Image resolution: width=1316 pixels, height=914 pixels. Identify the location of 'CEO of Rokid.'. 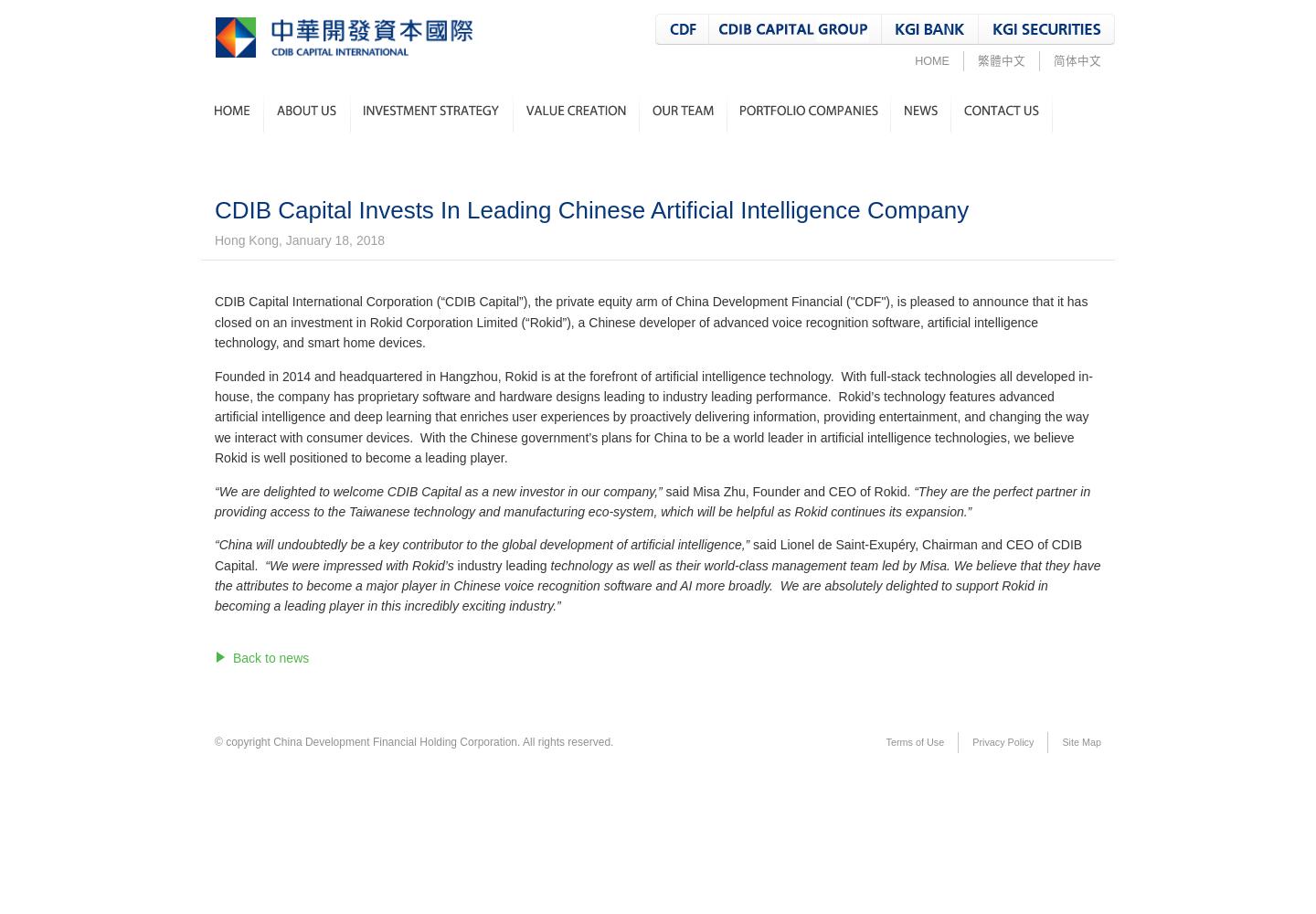
(868, 491).